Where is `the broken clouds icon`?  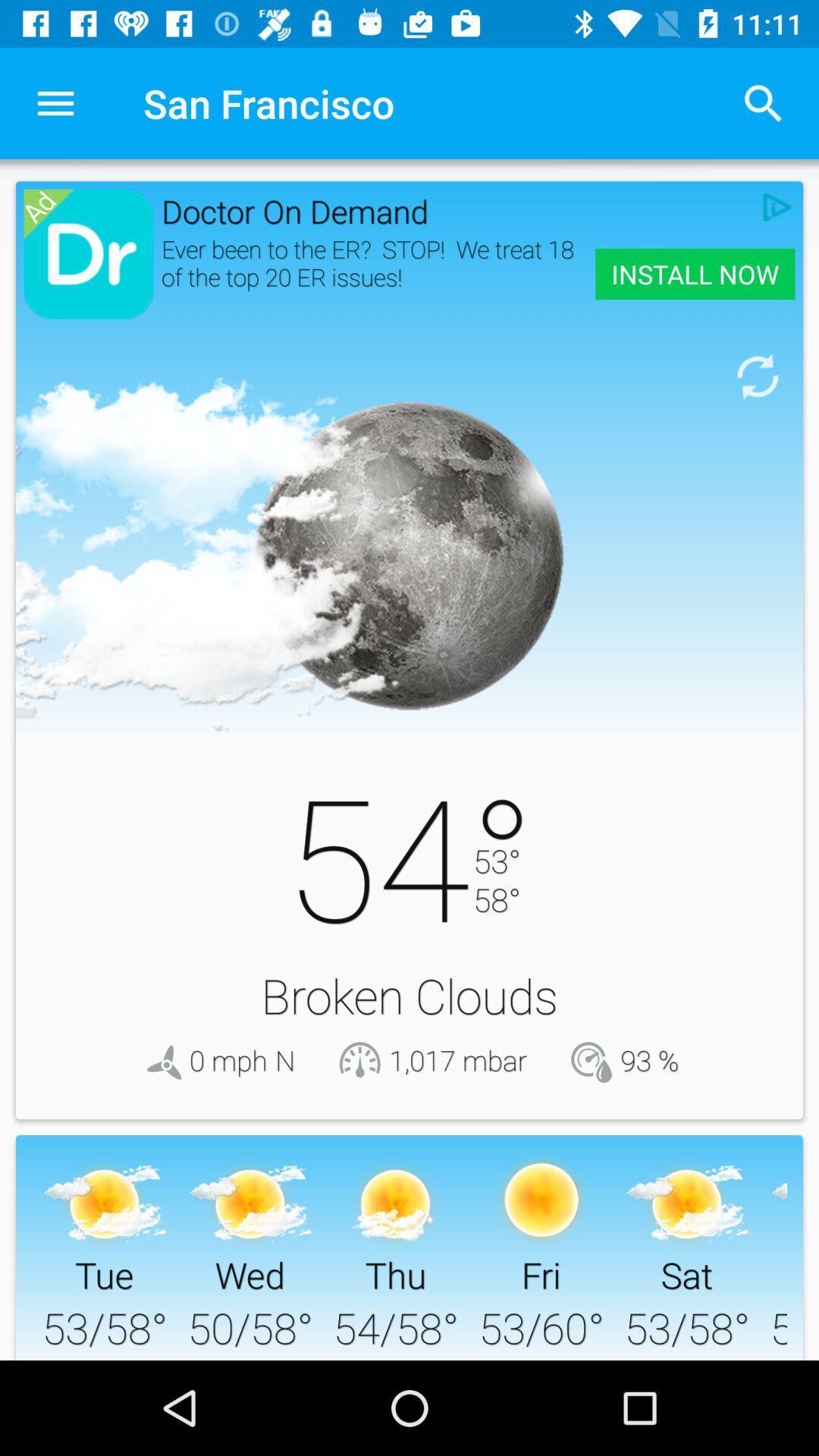
the broken clouds icon is located at coordinates (409, 995).